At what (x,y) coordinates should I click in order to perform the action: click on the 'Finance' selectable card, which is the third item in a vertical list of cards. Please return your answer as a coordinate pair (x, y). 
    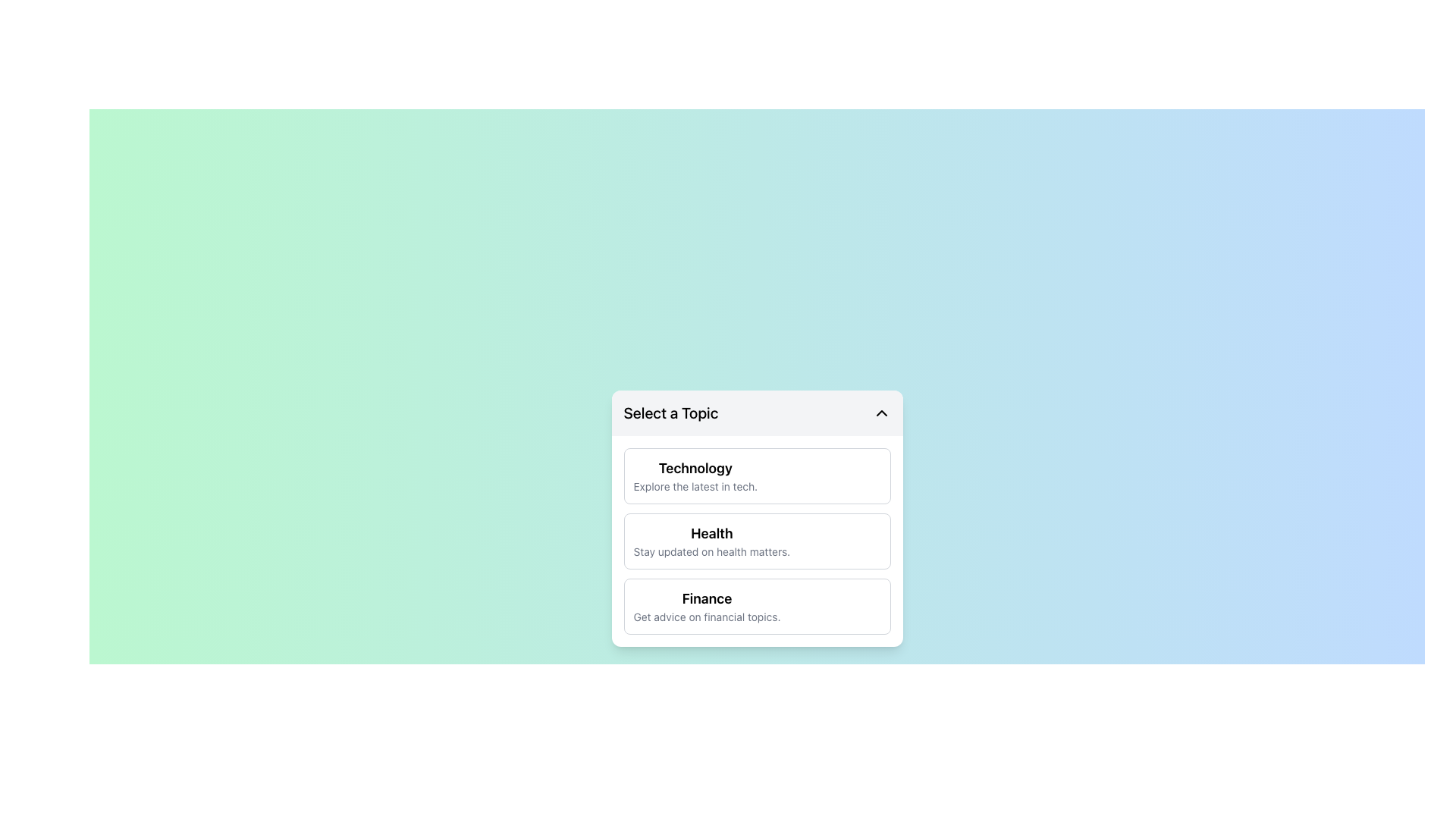
    Looking at the image, I should click on (757, 605).